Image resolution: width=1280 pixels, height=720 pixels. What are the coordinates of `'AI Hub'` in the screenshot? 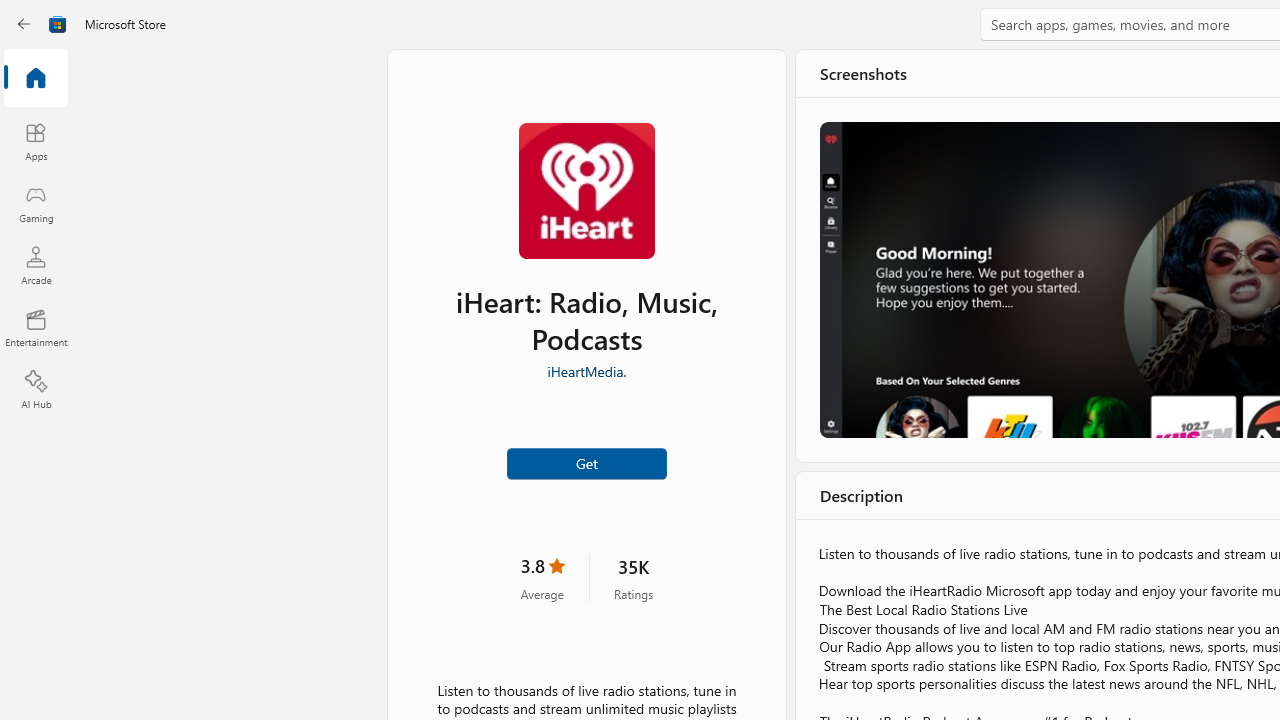 It's located at (35, 390).